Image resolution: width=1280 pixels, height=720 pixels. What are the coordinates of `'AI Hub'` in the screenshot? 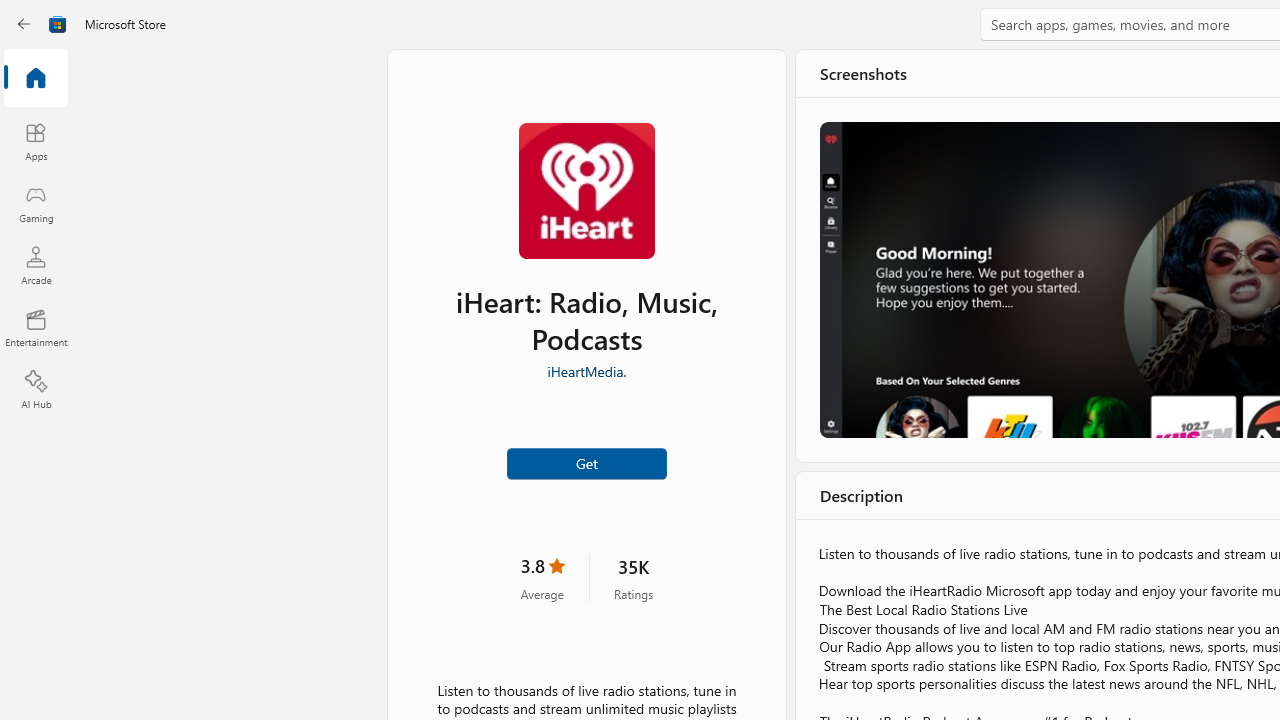 It's located at (35, 390).